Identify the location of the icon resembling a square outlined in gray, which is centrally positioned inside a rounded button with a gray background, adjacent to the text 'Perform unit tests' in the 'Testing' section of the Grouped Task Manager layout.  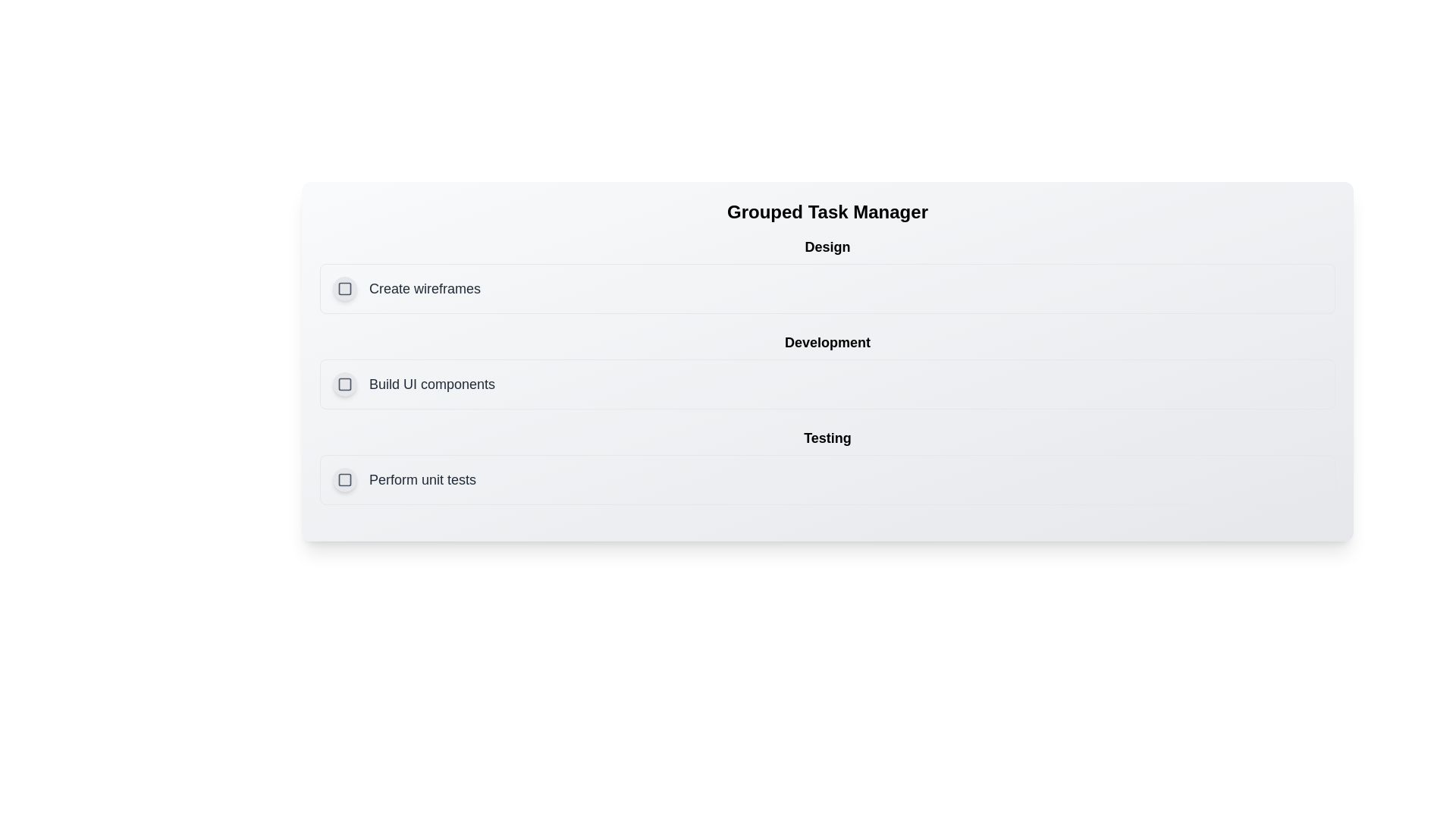
(344, 479).